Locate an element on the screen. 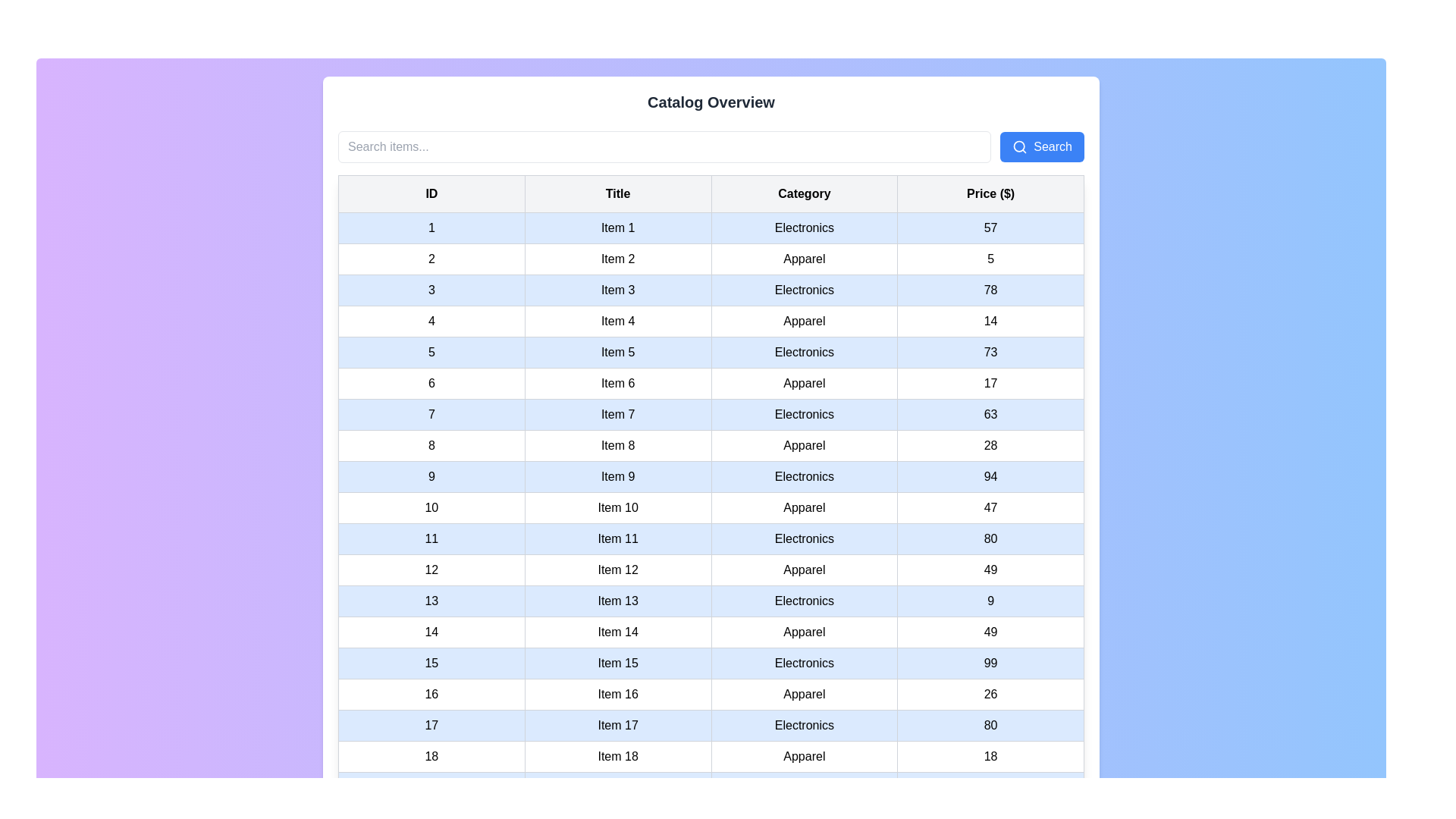 This screenshot has height=819, width=1456. the static text label displaying the number '28' in the fourth column of the eighth row, which is part of the 'Price ($)' column header and adjacent to 'Apparel' is located at coordinates (990, 444).